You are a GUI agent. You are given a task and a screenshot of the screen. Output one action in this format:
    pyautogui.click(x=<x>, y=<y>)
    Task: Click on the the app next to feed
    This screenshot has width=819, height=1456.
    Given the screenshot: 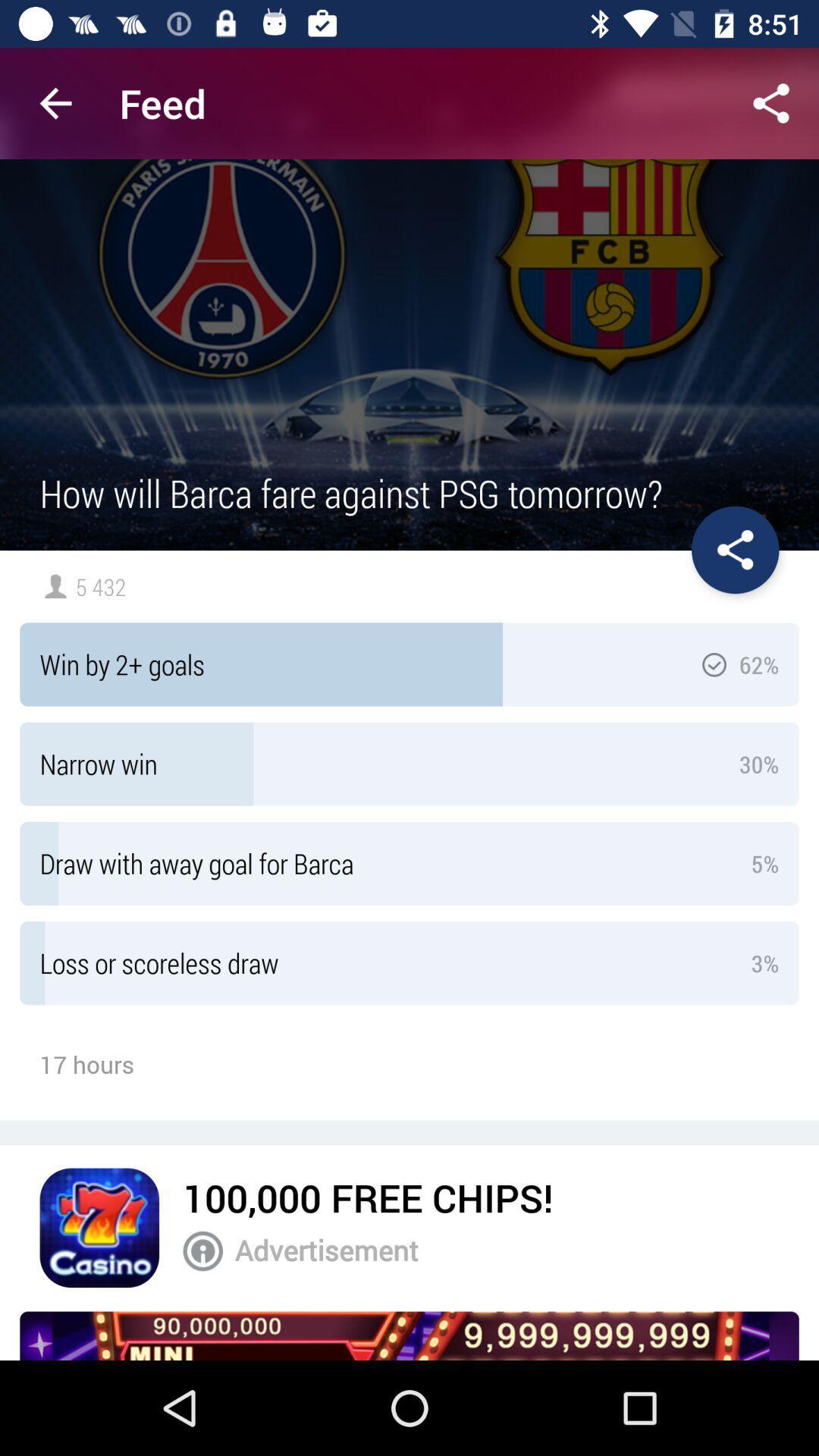 What is the action you would take?
    pyautogui.click(x=55, y=102)
    